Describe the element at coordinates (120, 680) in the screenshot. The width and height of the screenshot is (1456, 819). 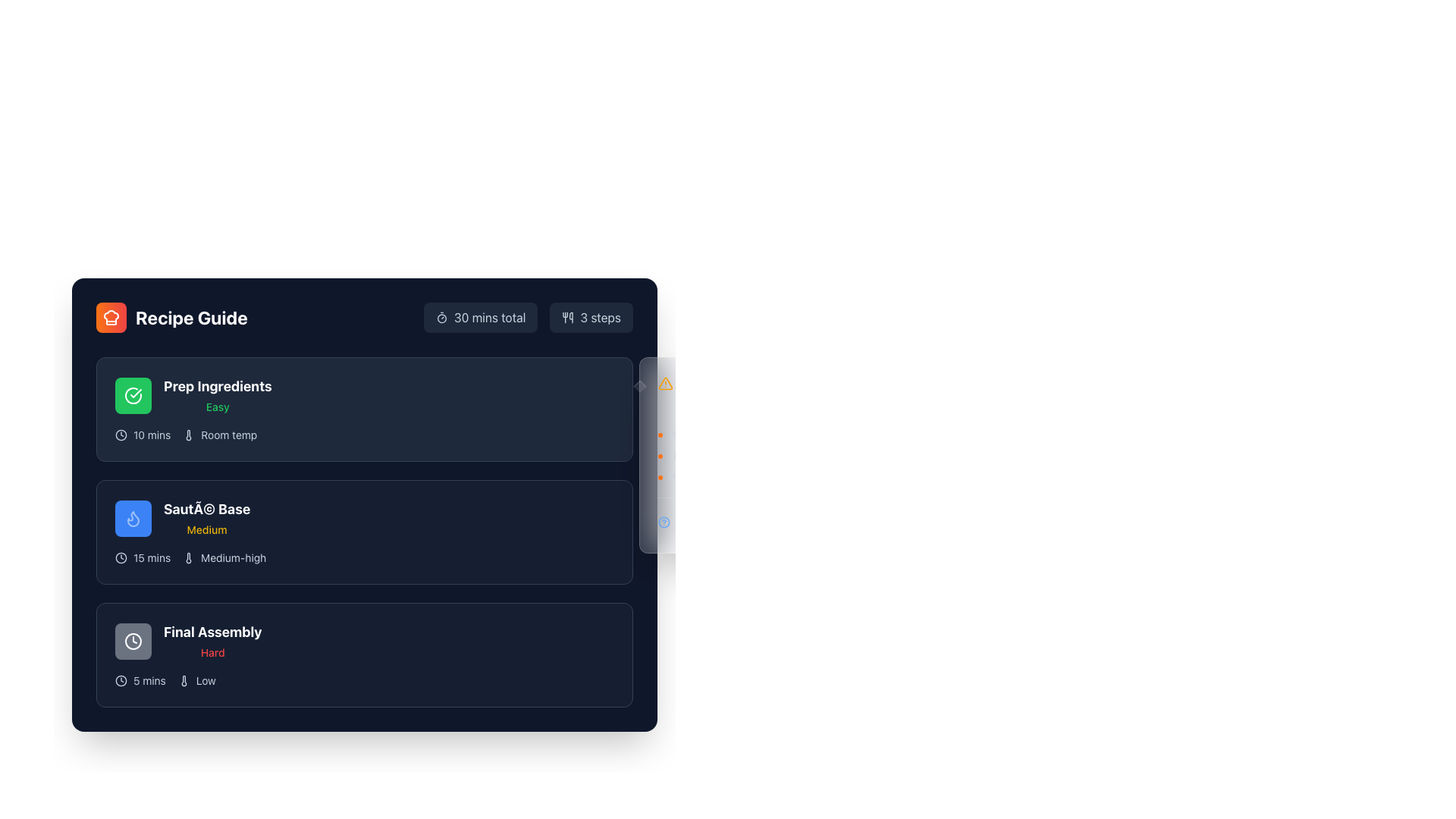
I see `the clock icon representing time duration for the 'Final Assembly' step, located at the bottom-left corner of the 'Final Assembly' section, to the left of the text '5 mins'` at that location.